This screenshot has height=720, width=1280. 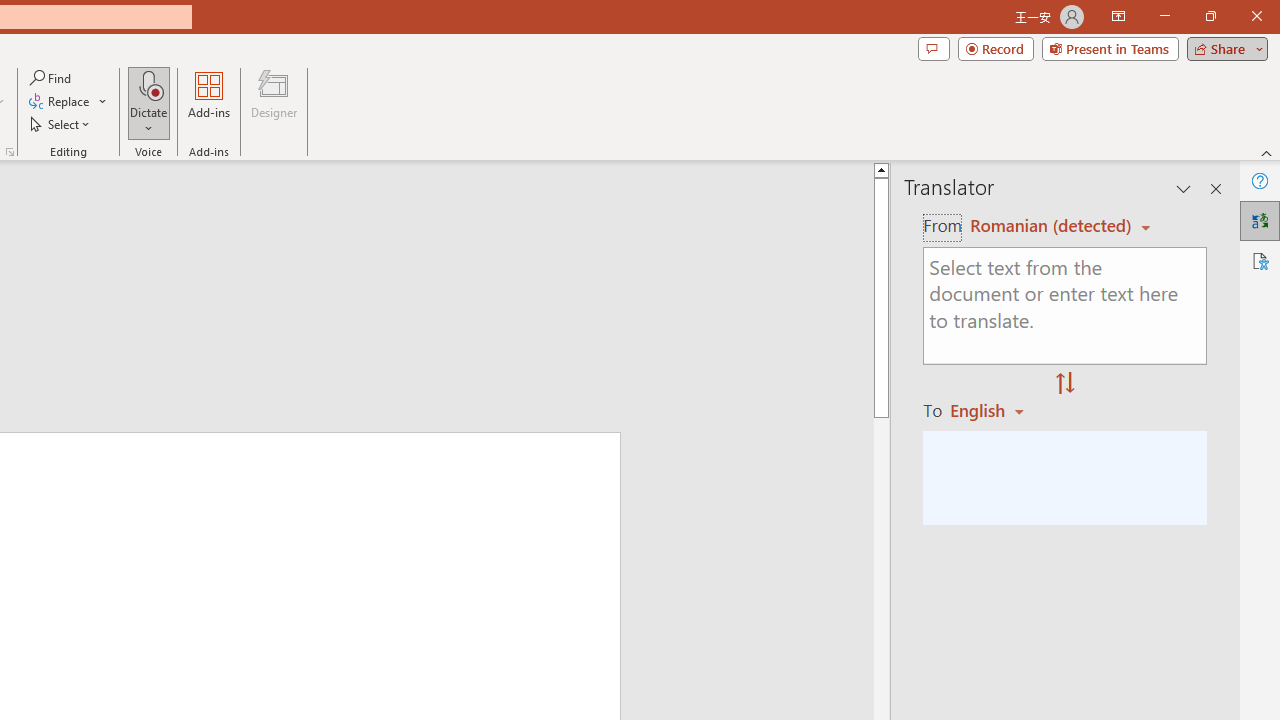 I want to click on 'Dictate', so click(x=148, y=84).